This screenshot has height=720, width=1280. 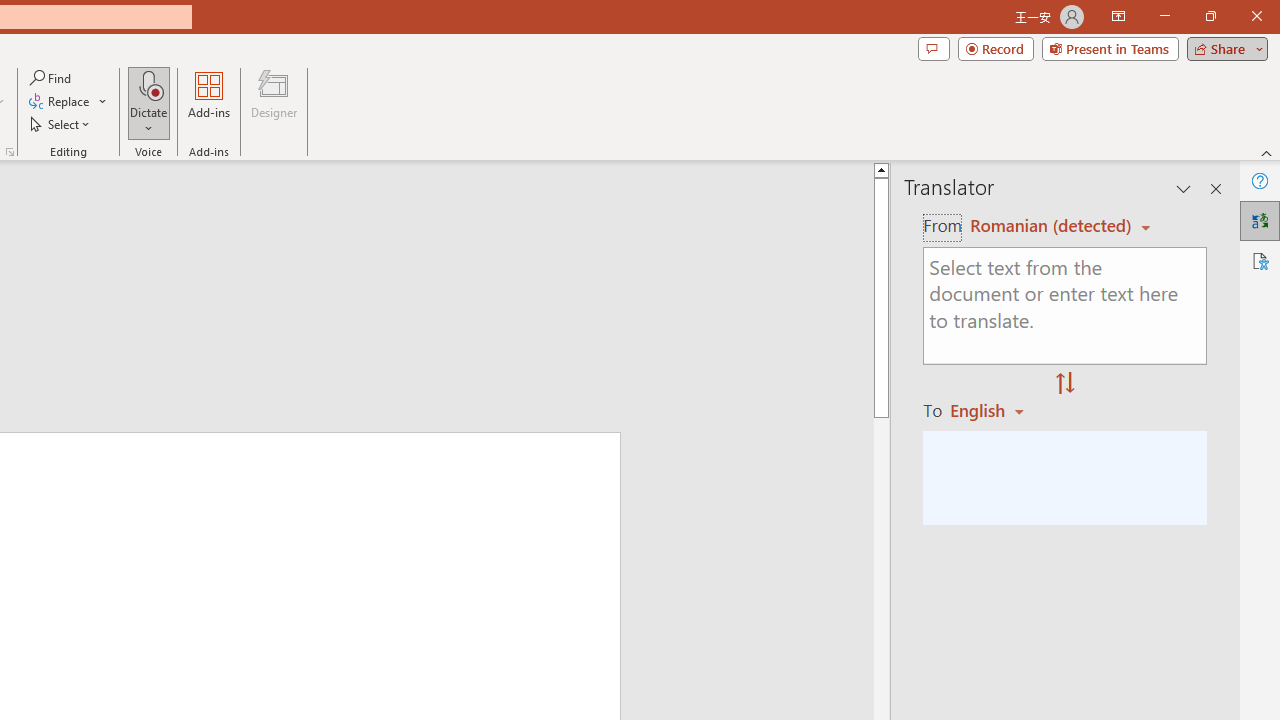 I want to click on 'Dictate', so click(x=148, y=84).